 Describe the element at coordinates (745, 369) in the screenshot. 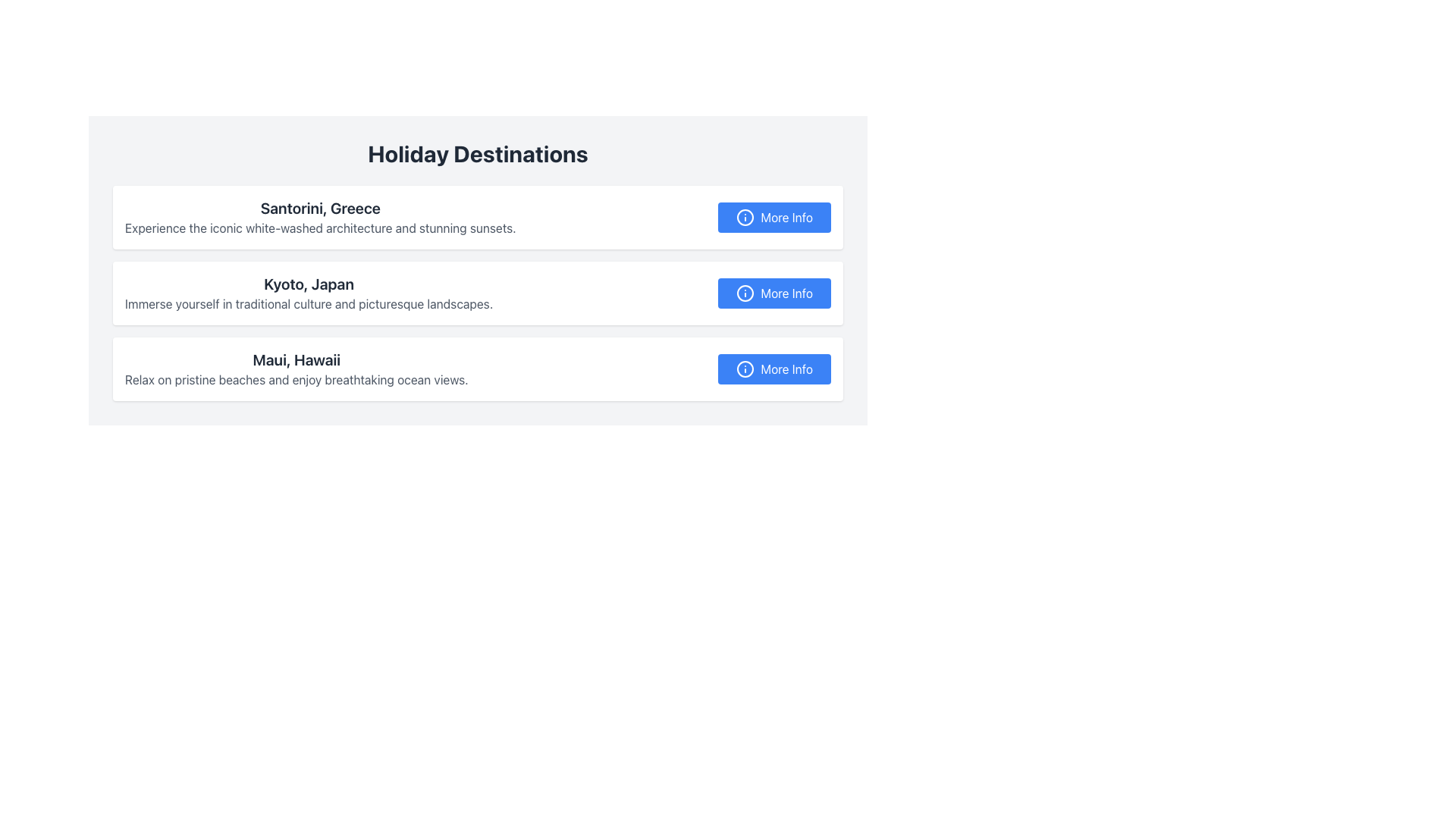

I see `the circular blue and white info icon located to the right of the 'More Info' button for the 'Maui, Hawaii' destination` at that location.